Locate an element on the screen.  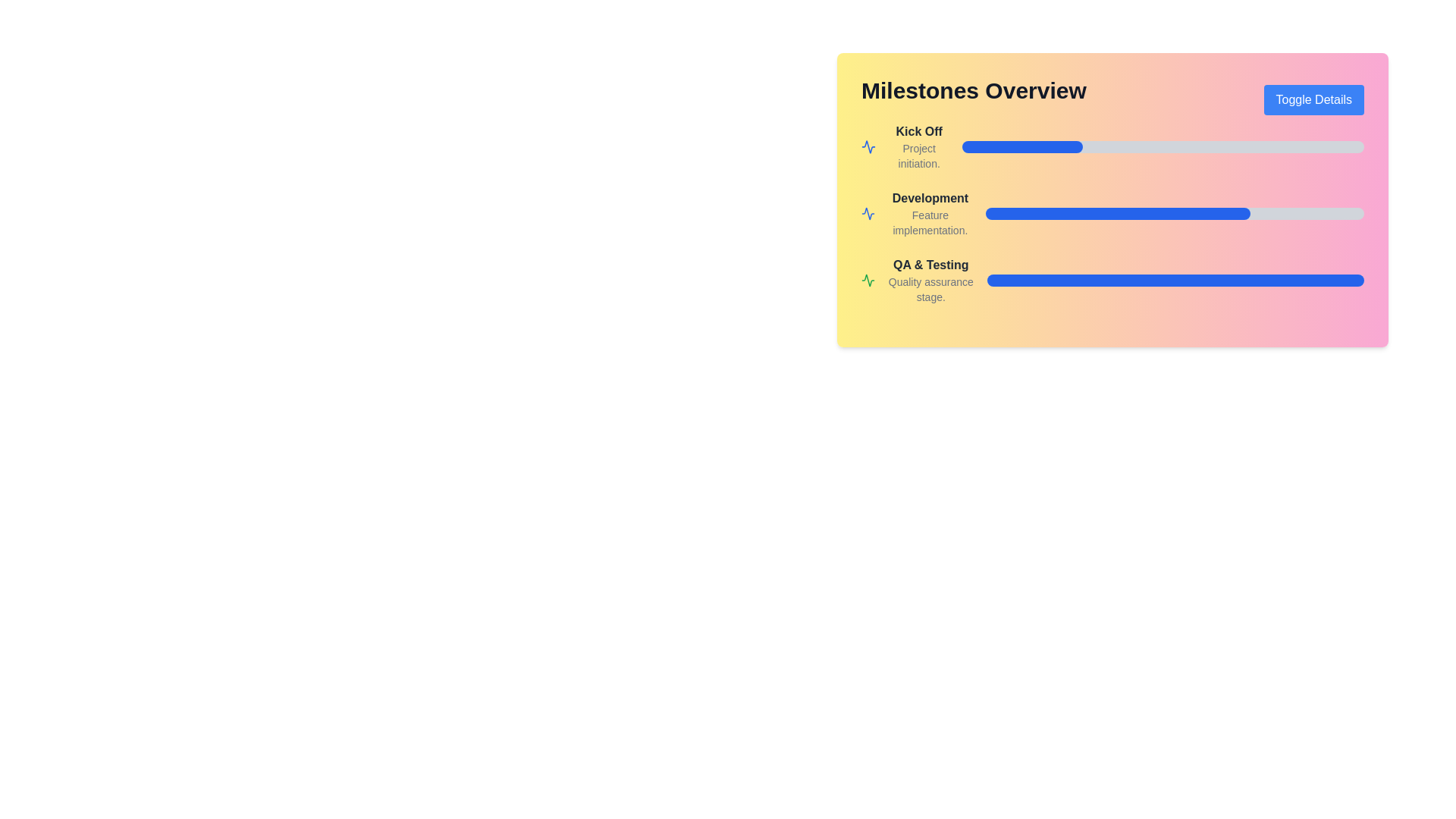
title and subtitle from the text display element located in the yellow-gradient panel under 'Milestones Overview', which is the second milestone in the list is located at coordinates (929, 213).